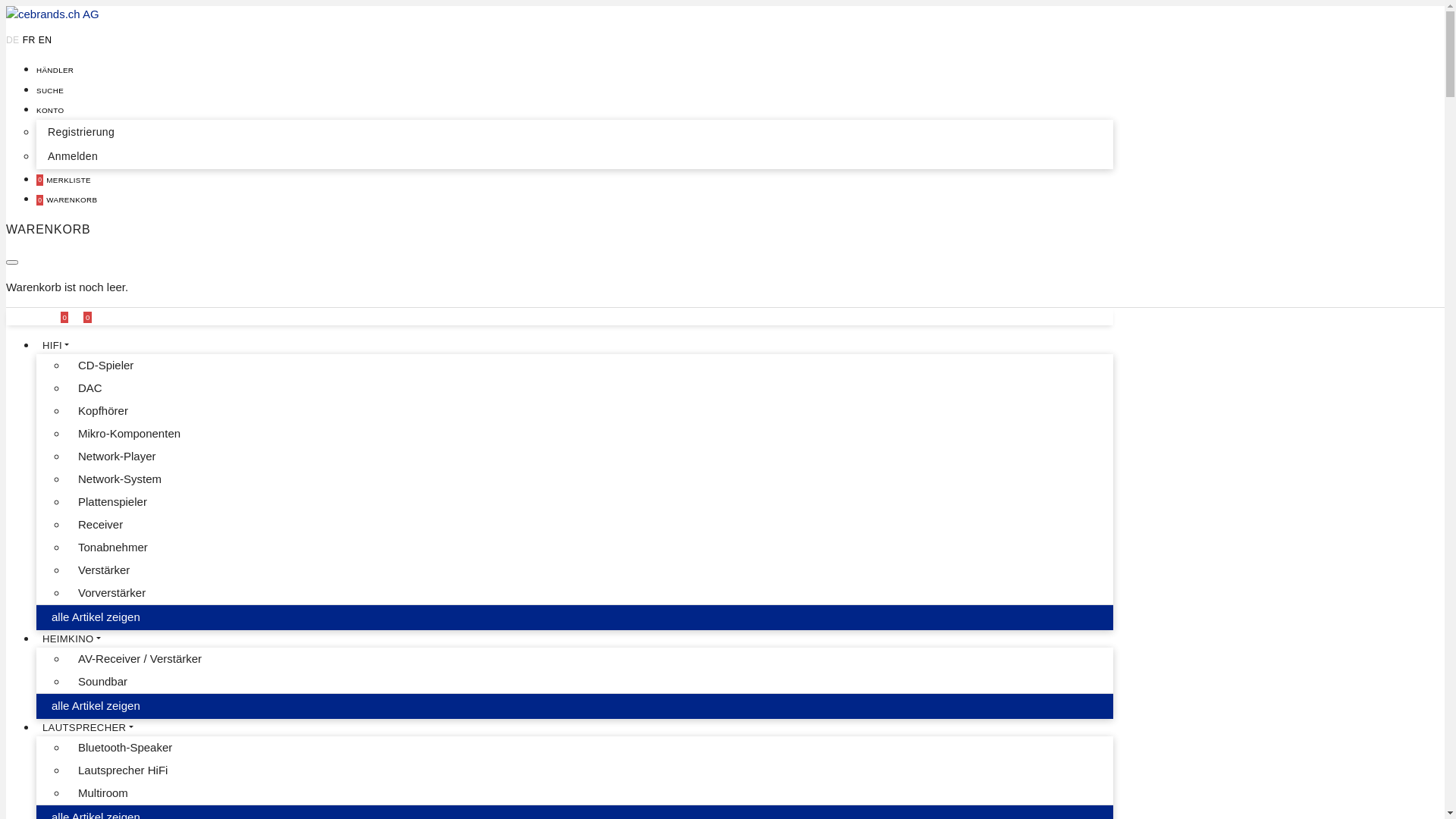 The image size is (1456, 819). Describe the element at coordinates (50, 108) in the screenshot. I see `'KONTO'` at that location.